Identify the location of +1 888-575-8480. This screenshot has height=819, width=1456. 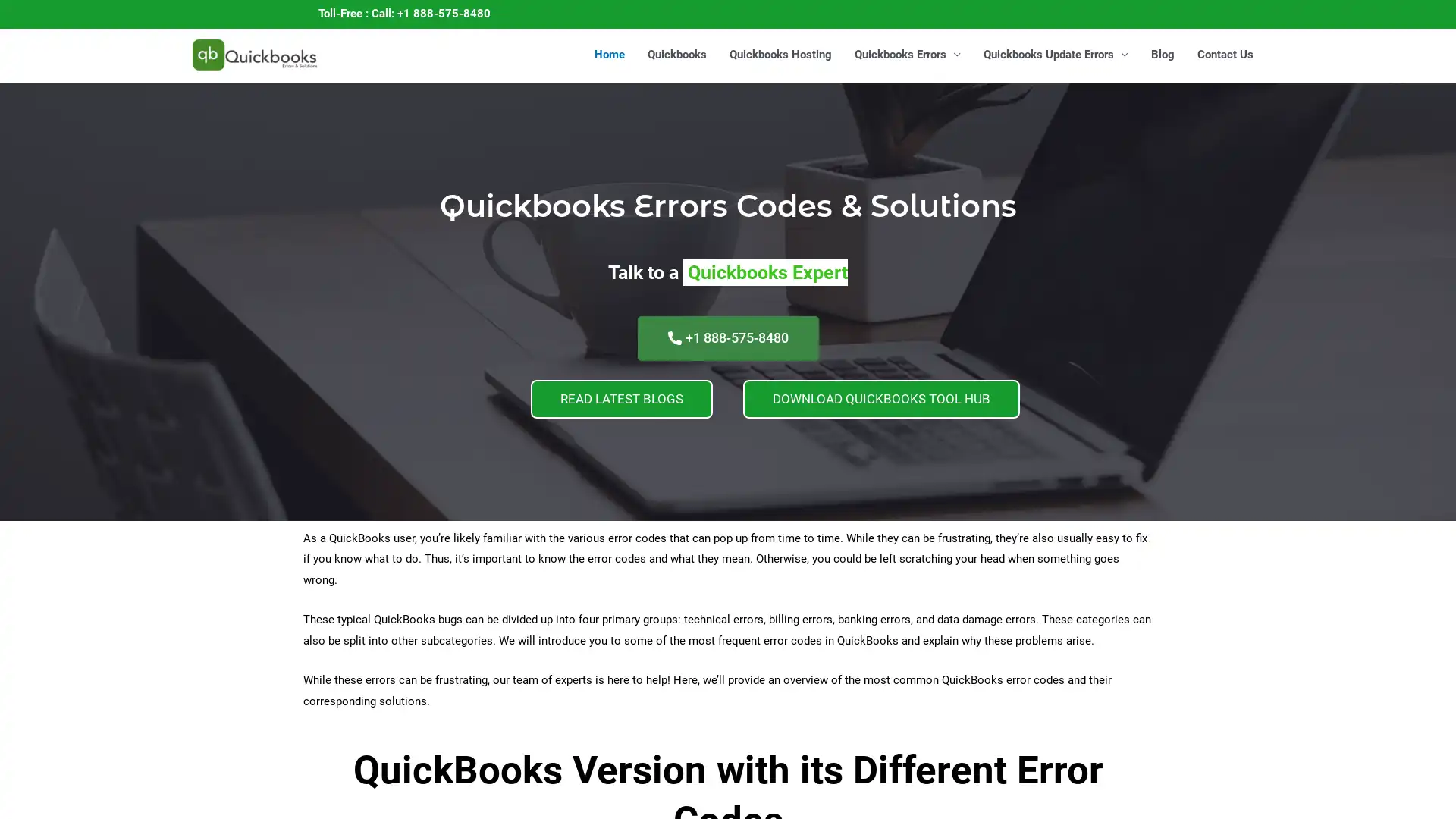
(726, 337).